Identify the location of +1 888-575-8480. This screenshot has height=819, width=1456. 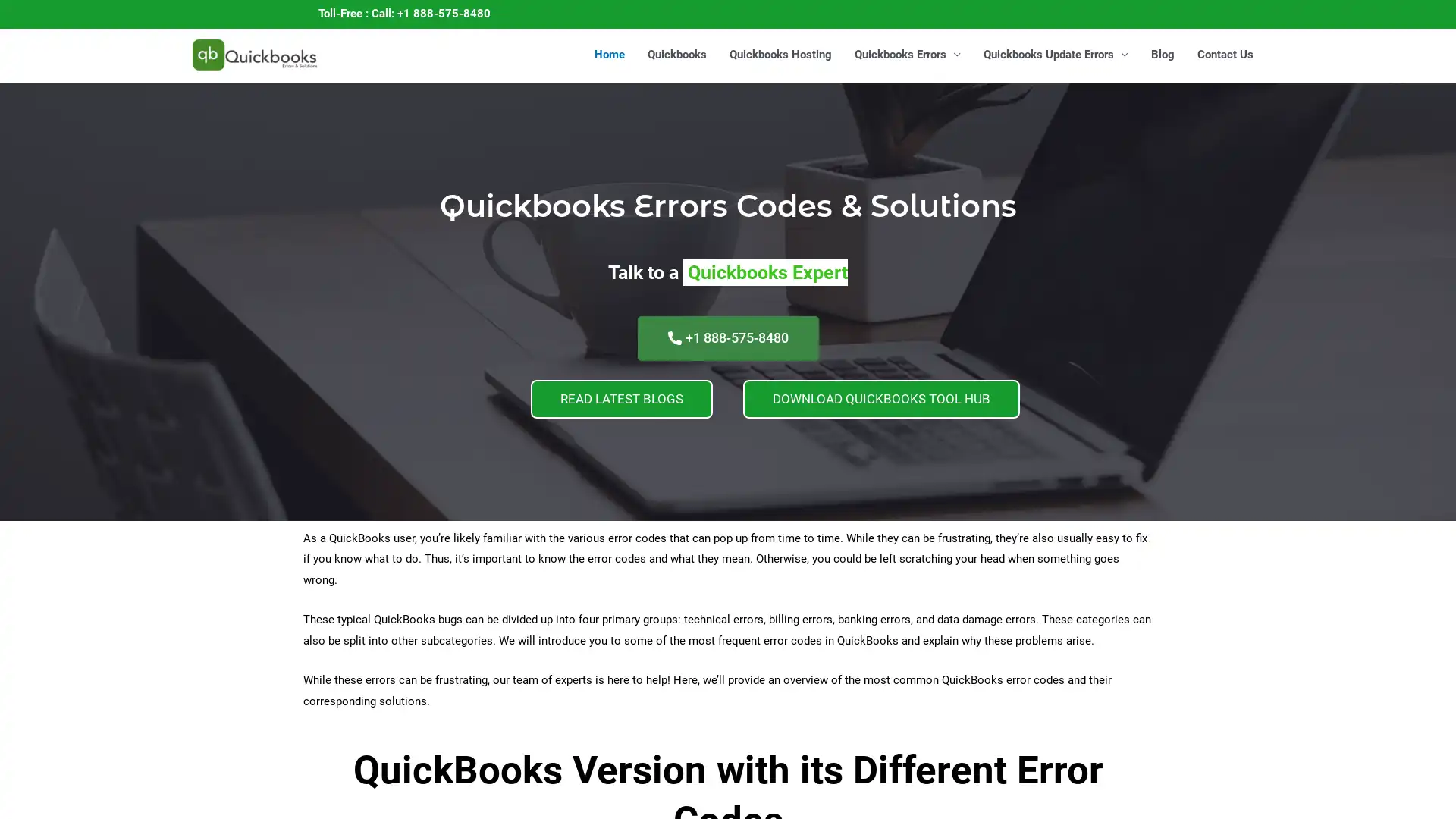
(726, 337).